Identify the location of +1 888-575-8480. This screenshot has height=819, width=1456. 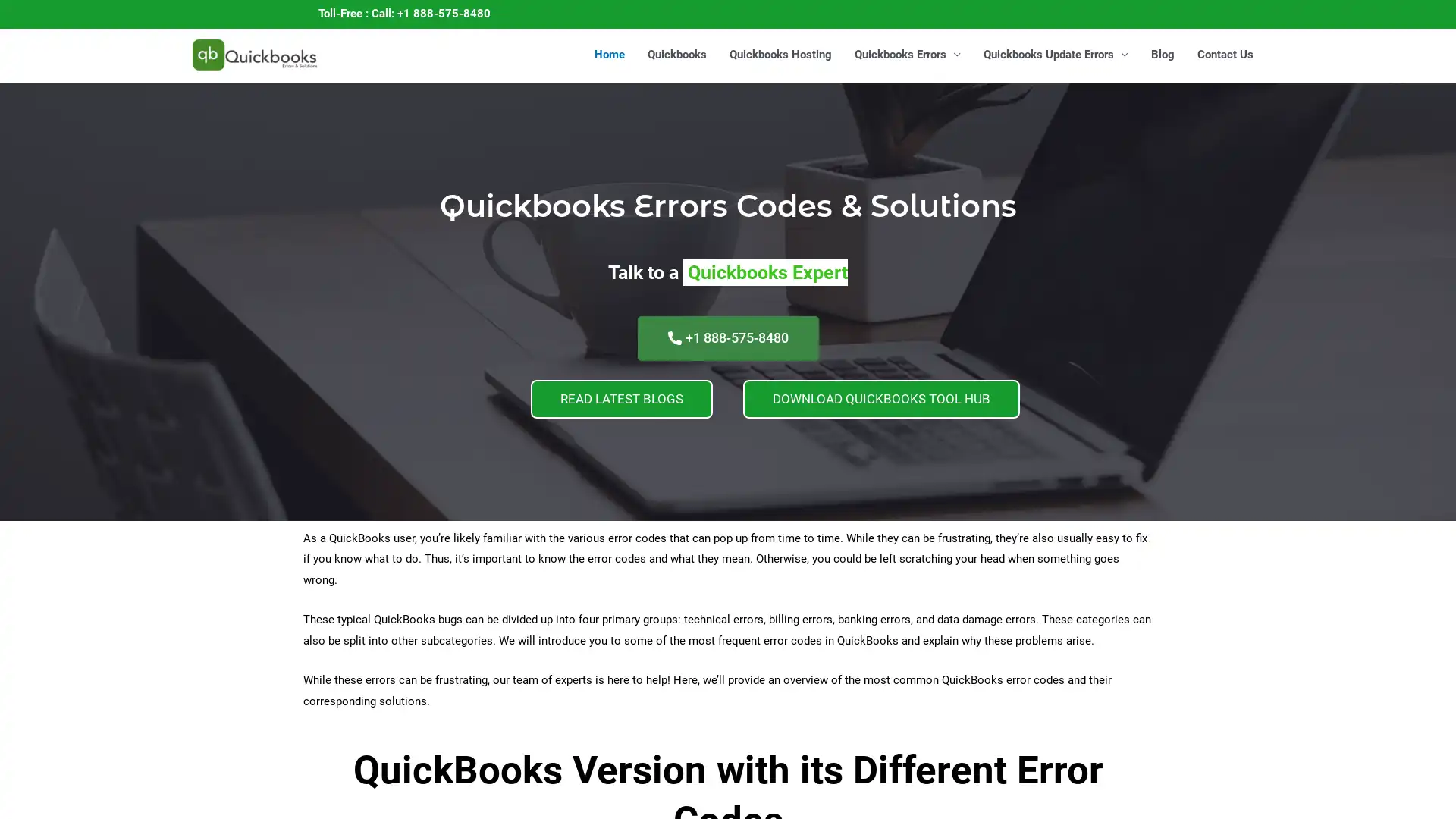
(726, 337).